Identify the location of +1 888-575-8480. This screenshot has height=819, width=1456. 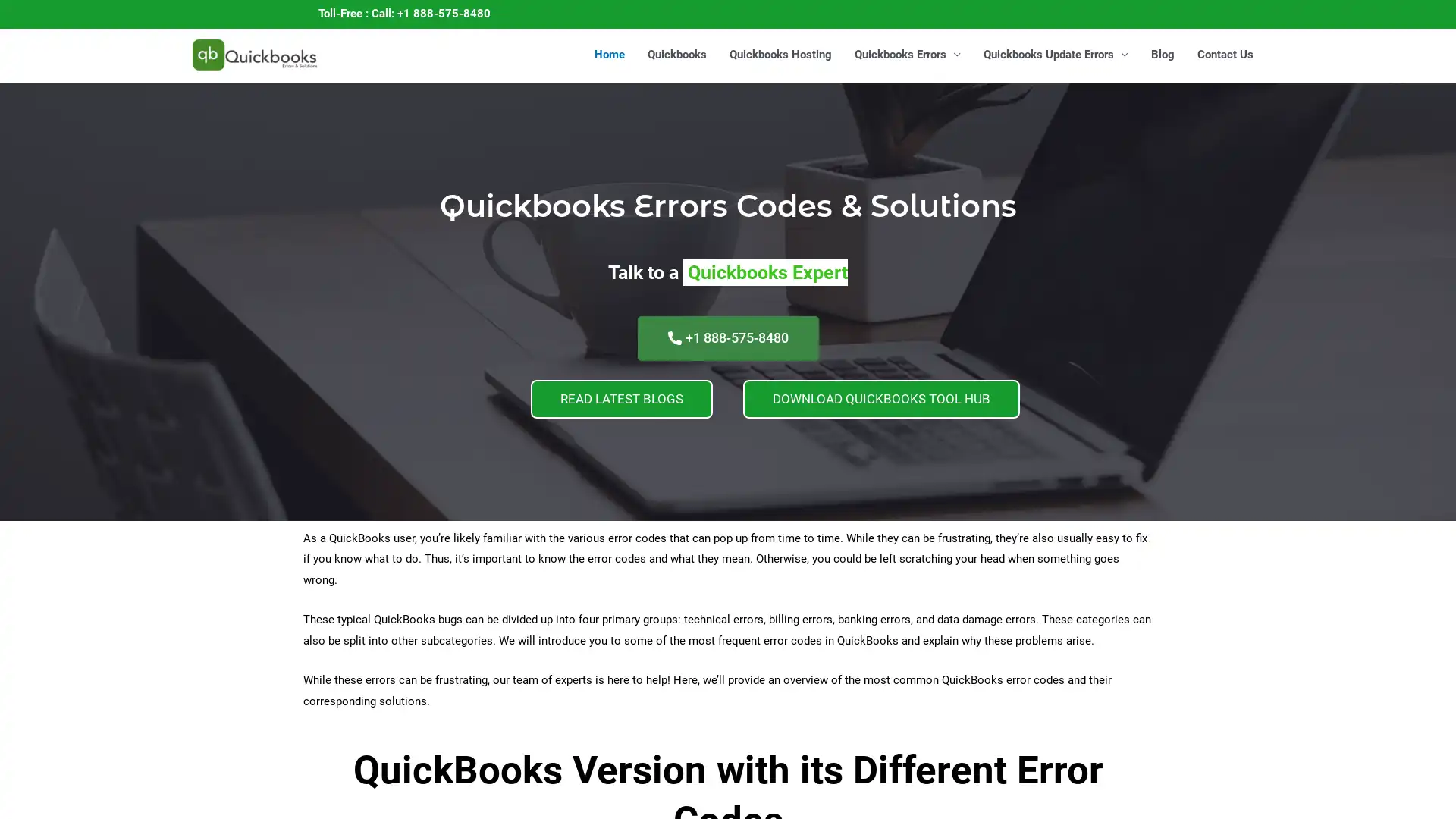
(726, 337).